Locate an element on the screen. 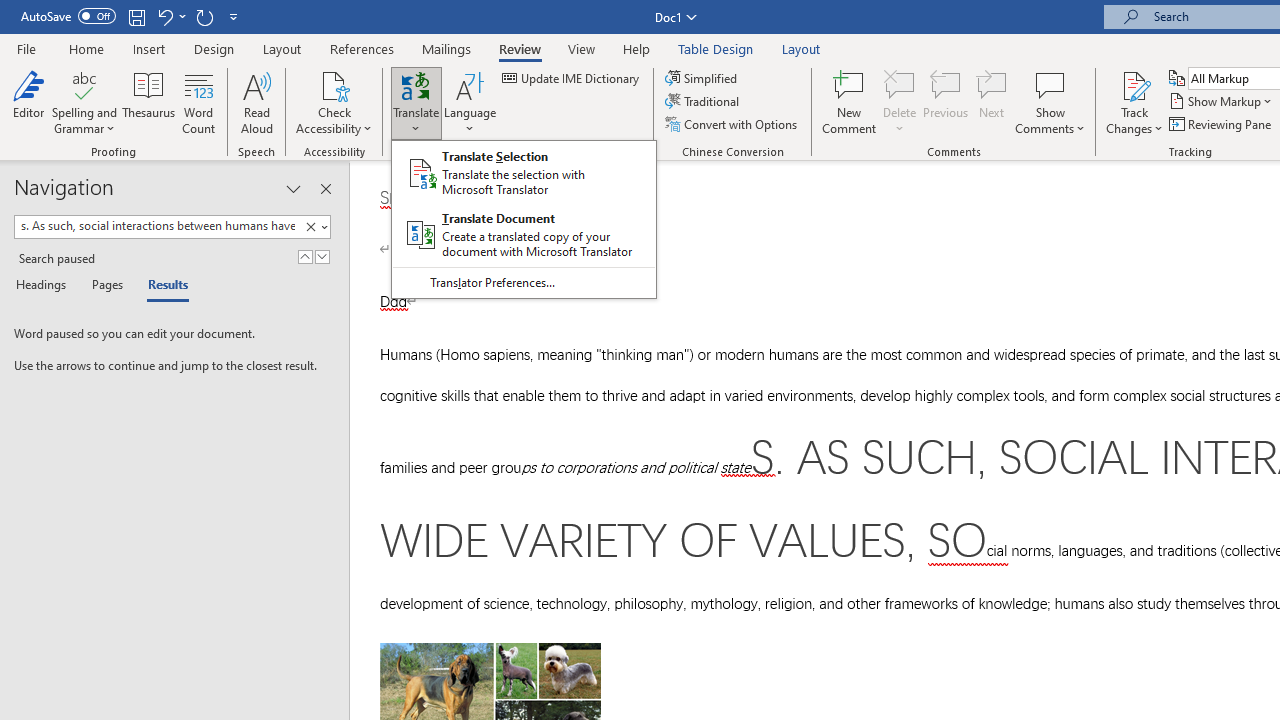 The width and height of the screenshot is (1280, 720). 'Convert with Options...' is located at coordinates (731, 124).